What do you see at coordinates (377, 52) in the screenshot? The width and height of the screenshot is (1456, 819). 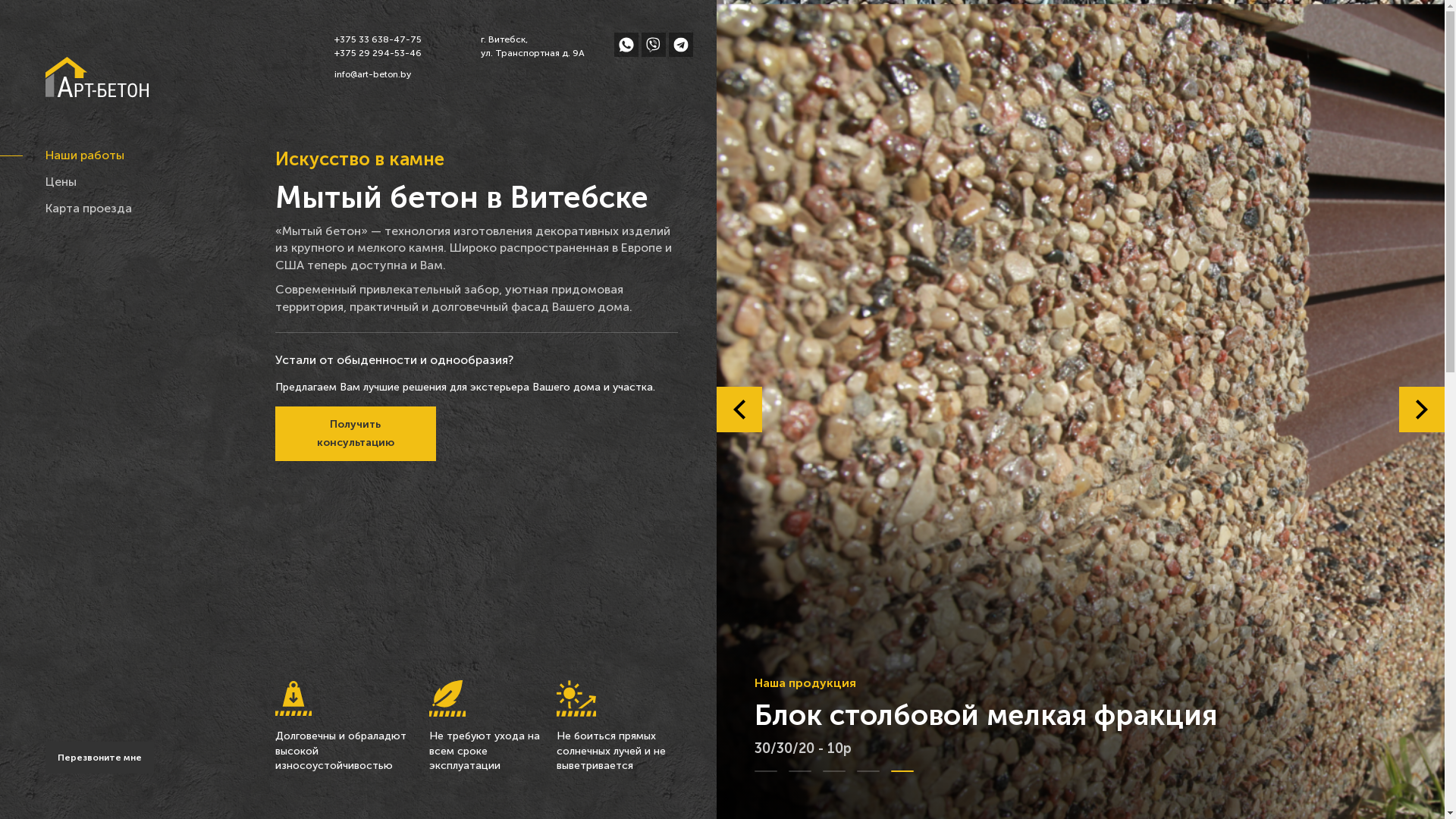 I see `'+375 29 294-53-46'` at bounding box center [377, 52].